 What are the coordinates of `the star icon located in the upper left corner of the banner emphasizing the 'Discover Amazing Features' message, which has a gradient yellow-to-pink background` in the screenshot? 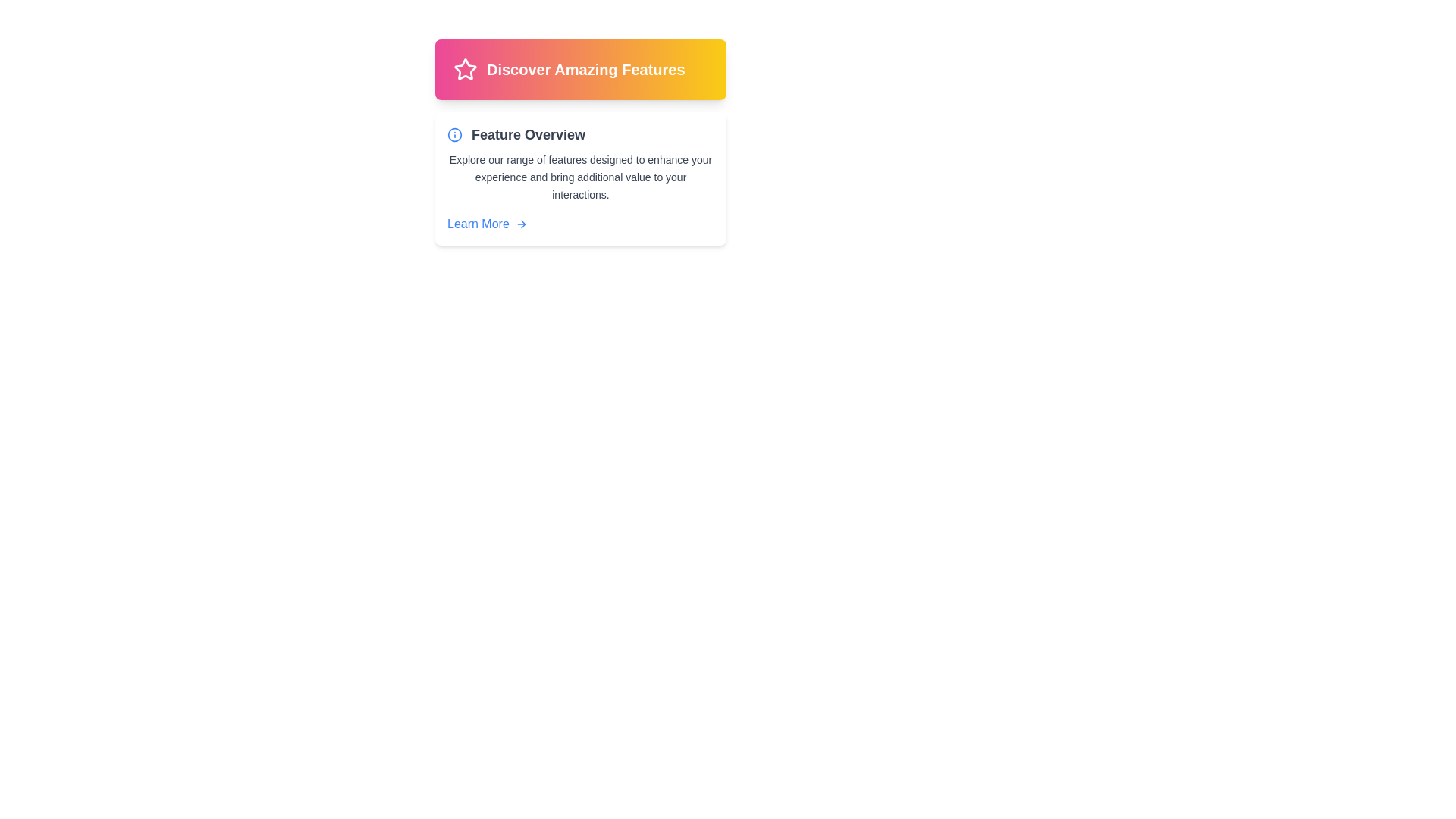 It's located at (465, 69).